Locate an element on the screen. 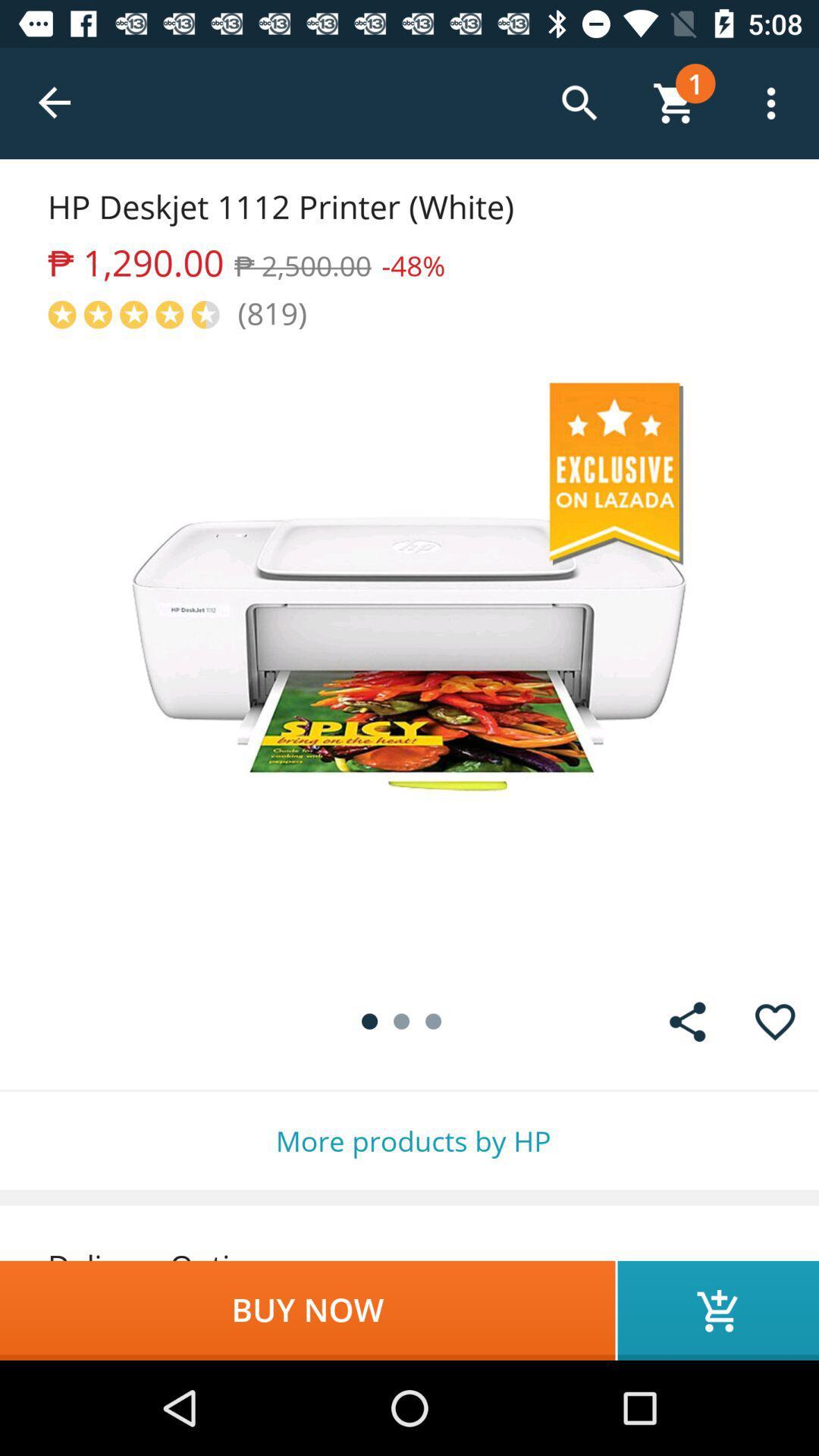  enlarge image is located at coordinates (409, 655).